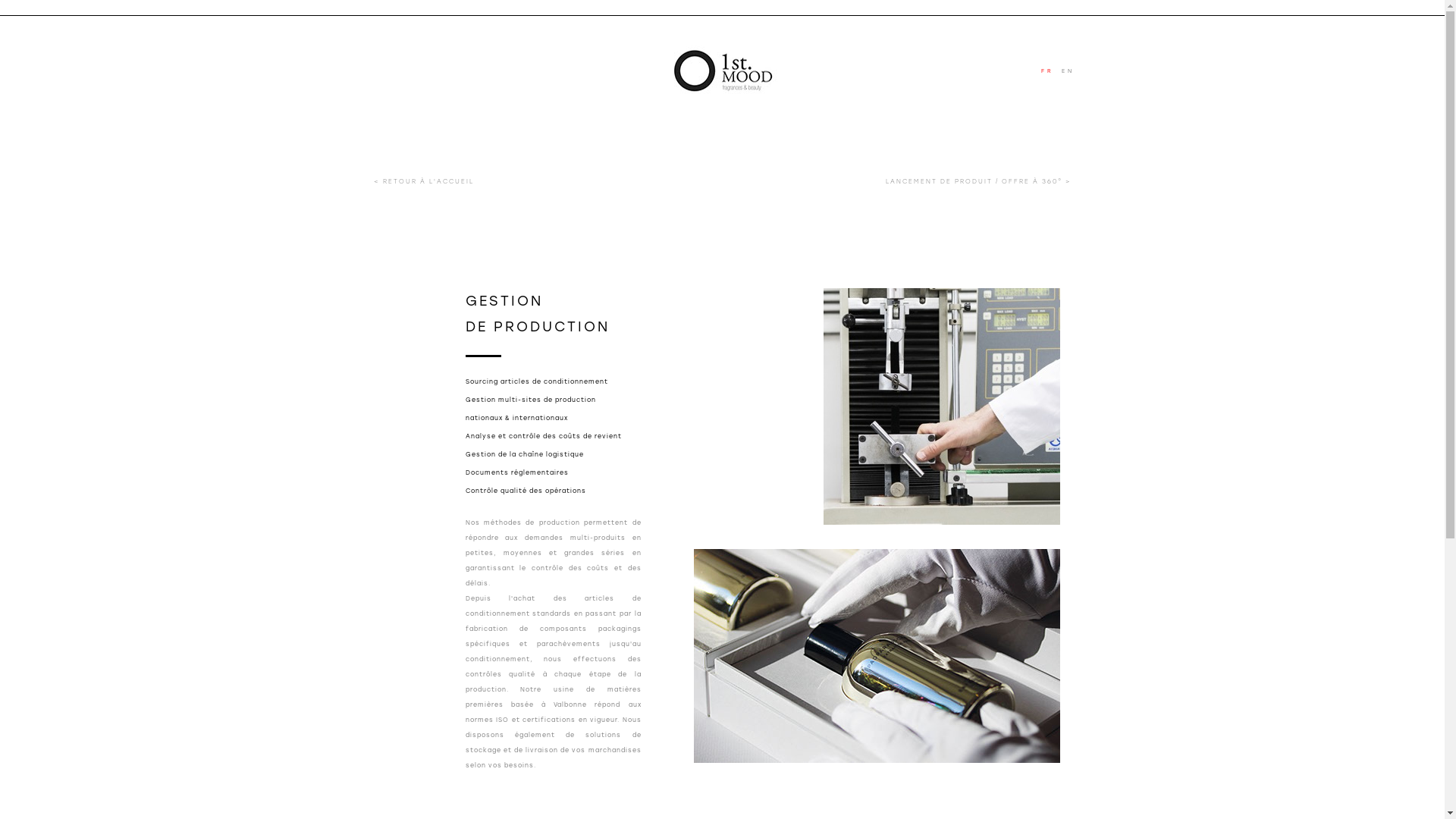 The height and width of the screenshot is (819, 1456). What do you see at coordinates (1069, 71) in the screenshot?
I see `'EN'` at bounding box center [1069, 71].